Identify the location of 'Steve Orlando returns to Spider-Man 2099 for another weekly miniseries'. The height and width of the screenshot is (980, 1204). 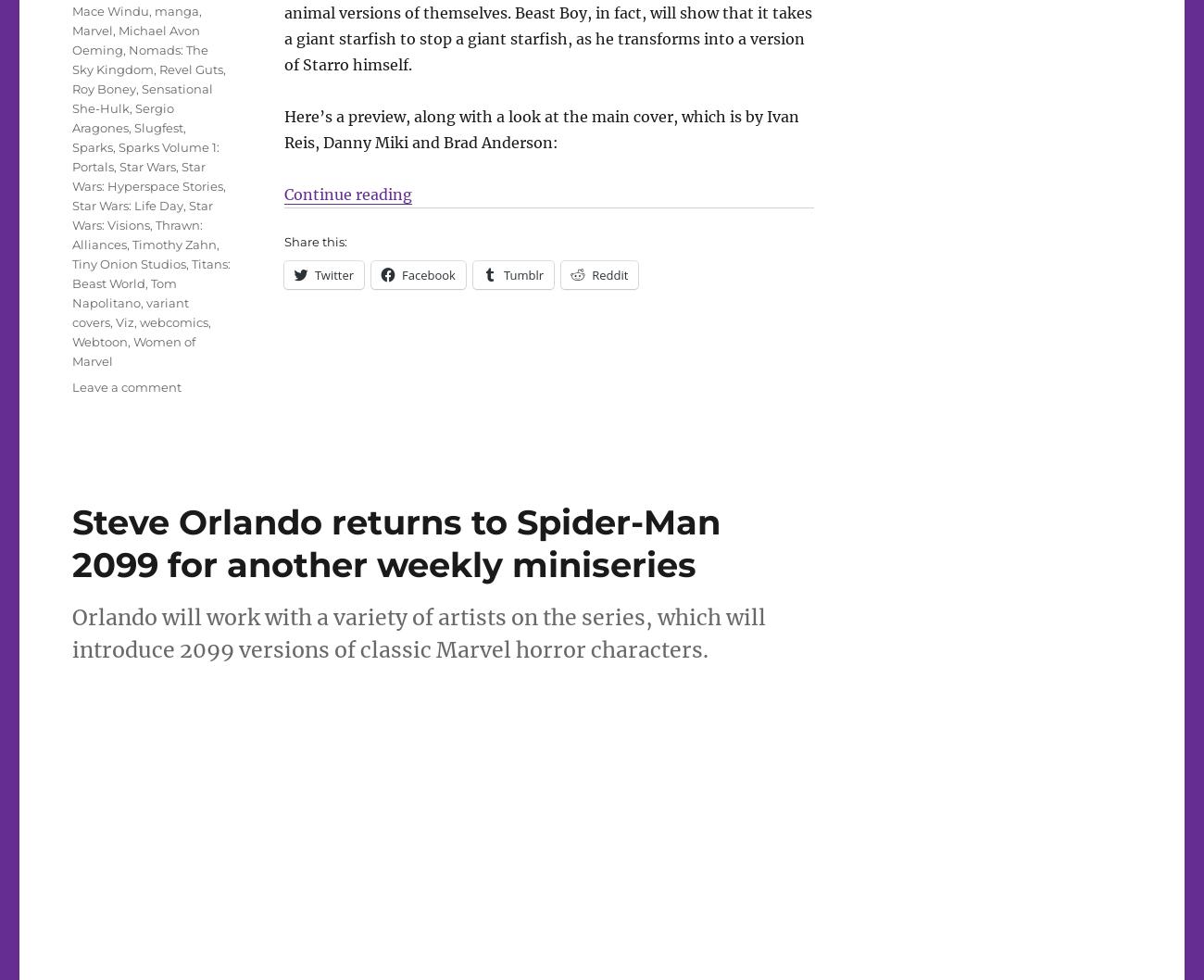
(395, 543).